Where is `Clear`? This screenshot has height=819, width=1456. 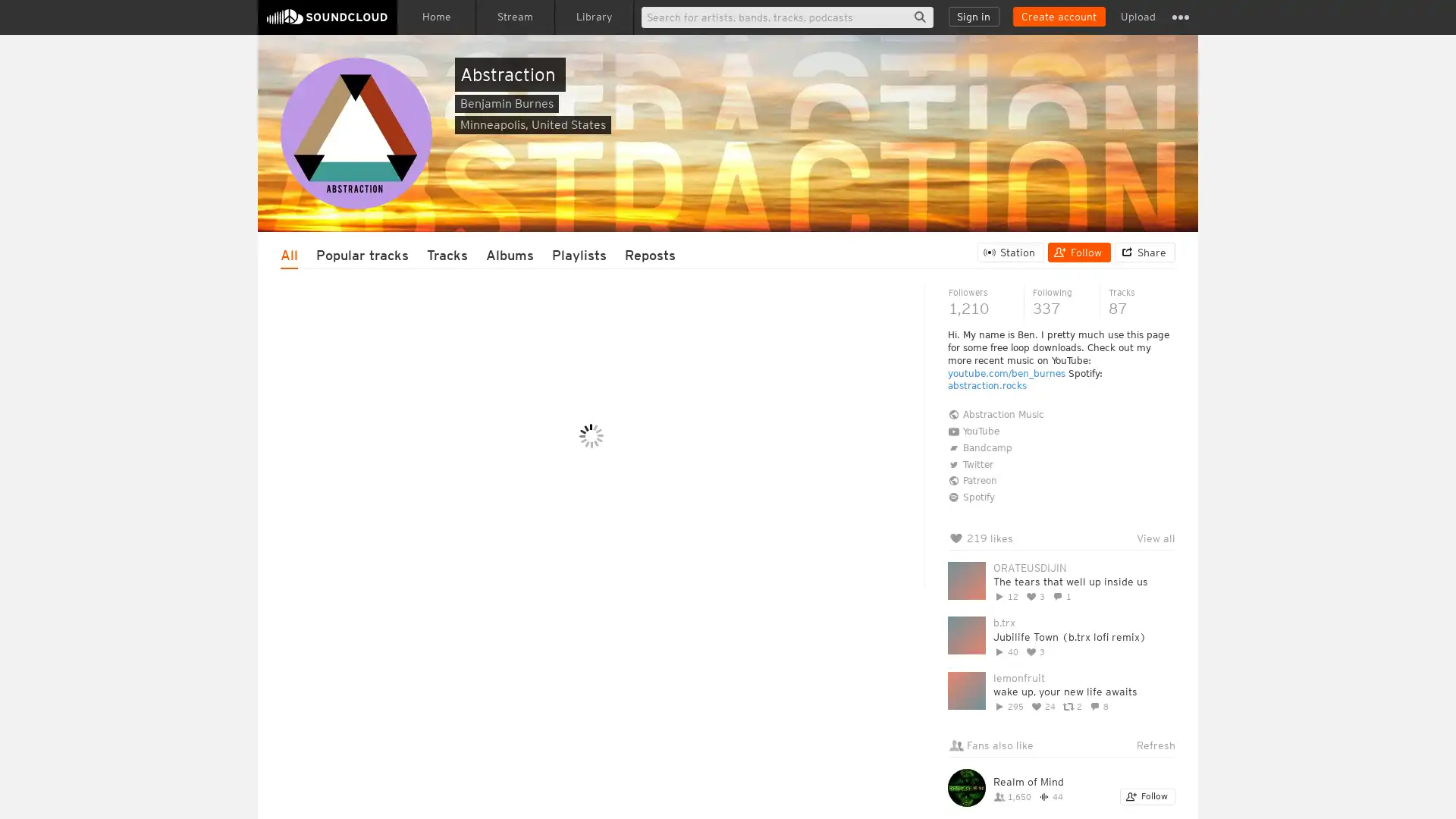
Clear is located at coordinates (1124, 414).